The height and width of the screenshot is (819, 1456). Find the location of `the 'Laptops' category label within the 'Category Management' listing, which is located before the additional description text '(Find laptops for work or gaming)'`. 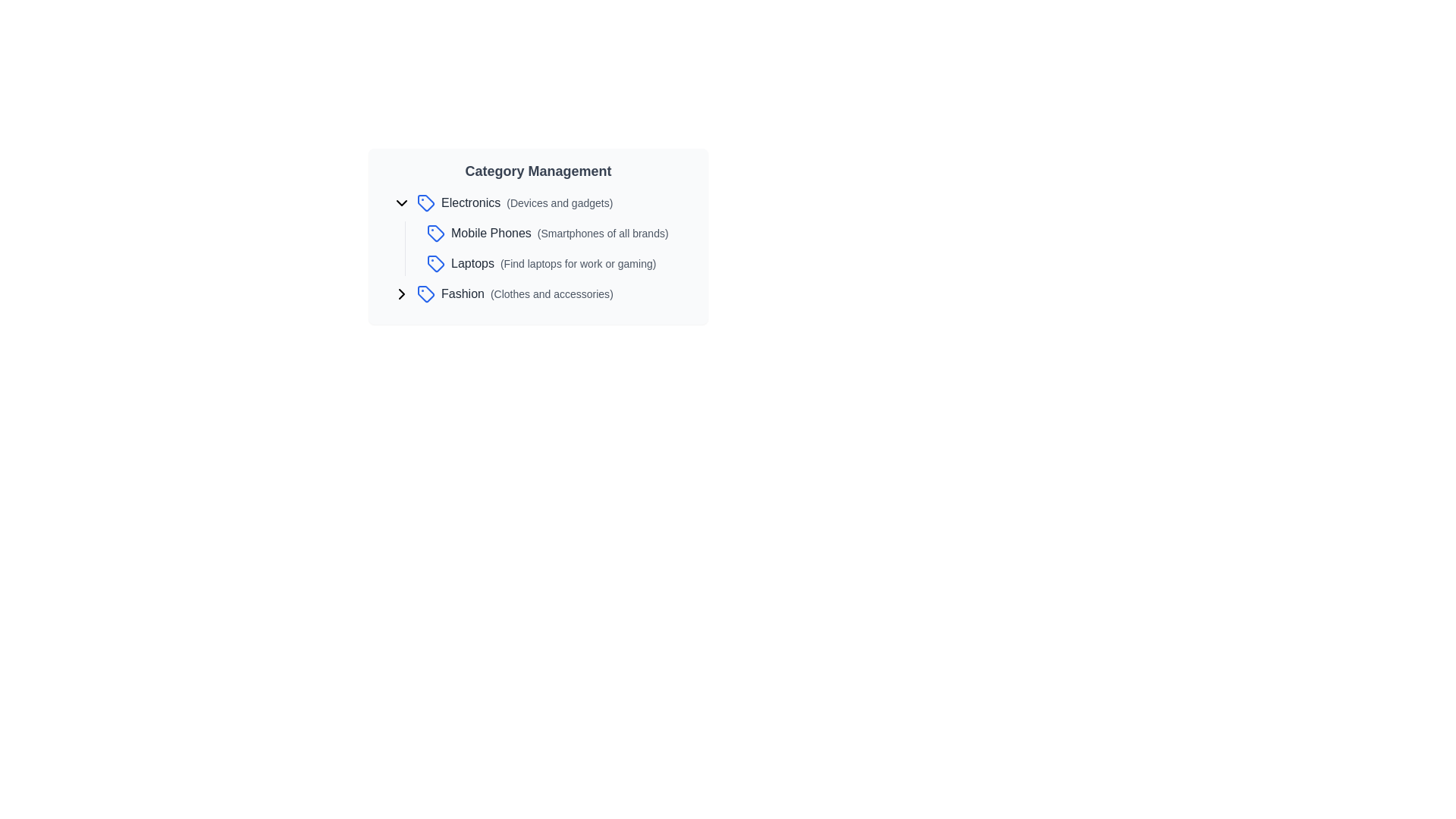

the 'Laptops' category label within the 'Category Management' listing, which is located before the additional description text '(Find laptops for work or gaming)' is located at coordinates (472, 262).